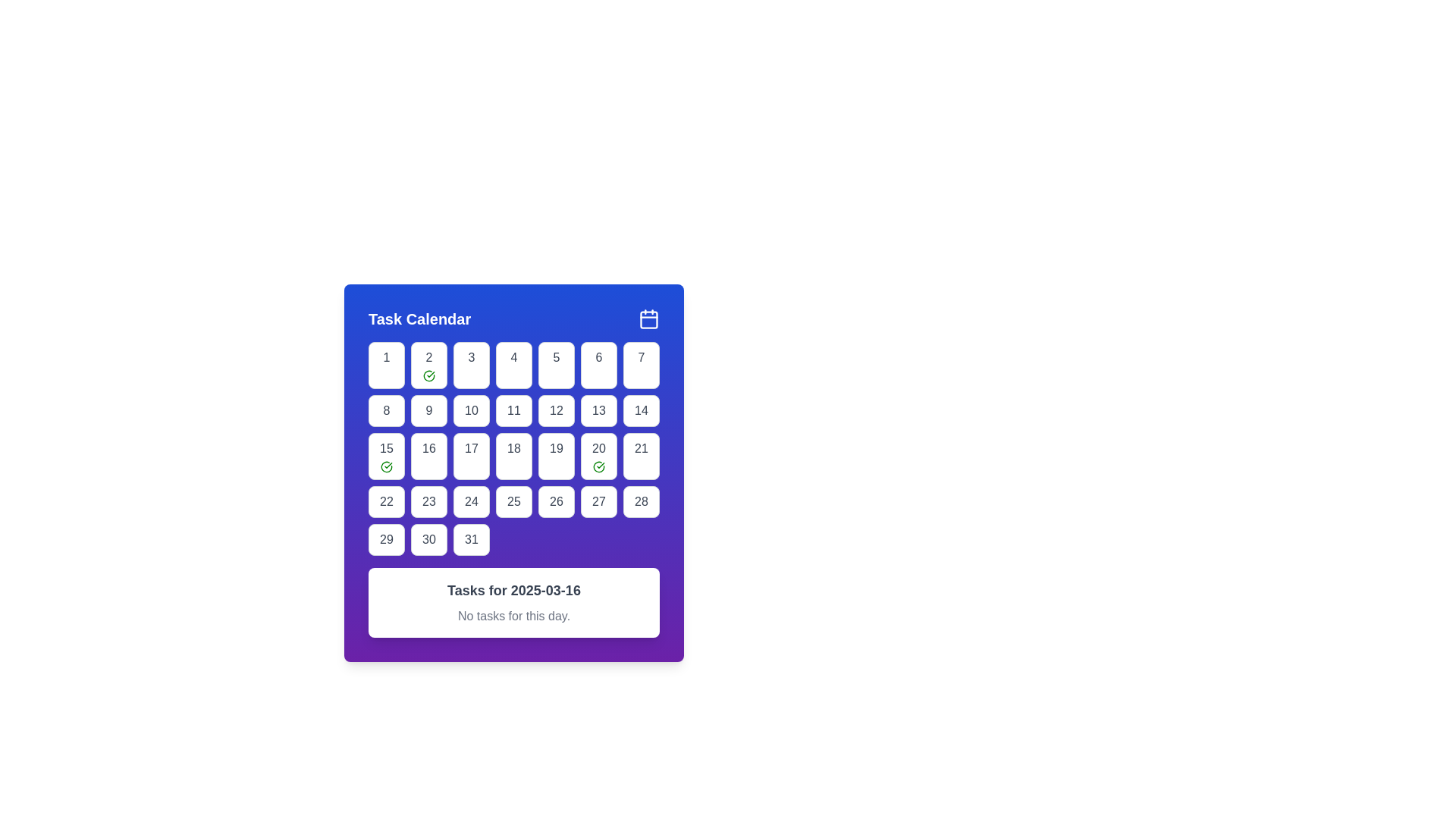 The image size is (1456, 819). I want to click on the button representing the date 6 in the calendar interface for keyboard interaction, so click(598, 366).